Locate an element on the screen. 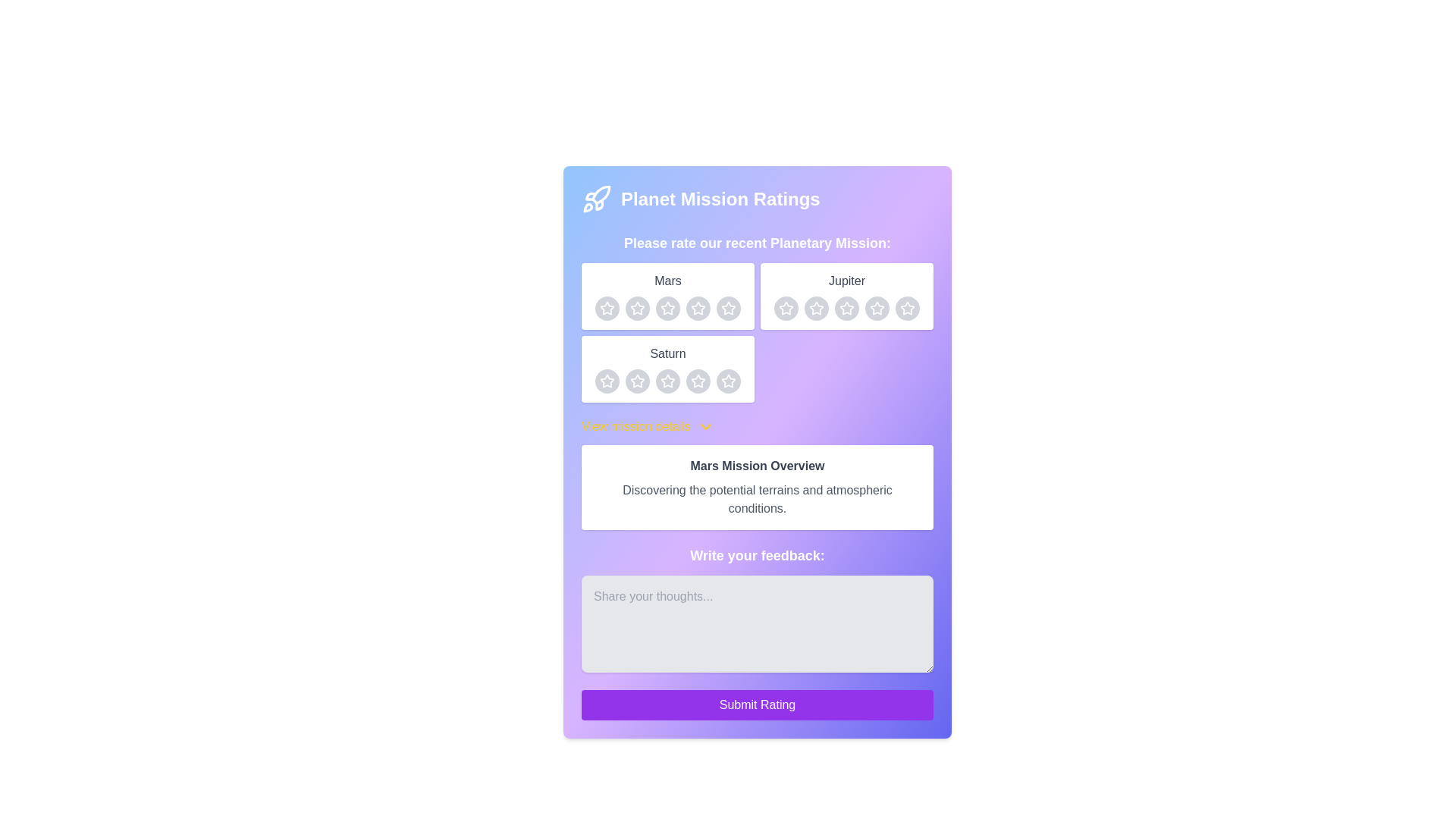 This screenshot has width=1456, height=819. the fourth star icon in the 'Mars' section of the rating module is located at coordinates (698, 307).